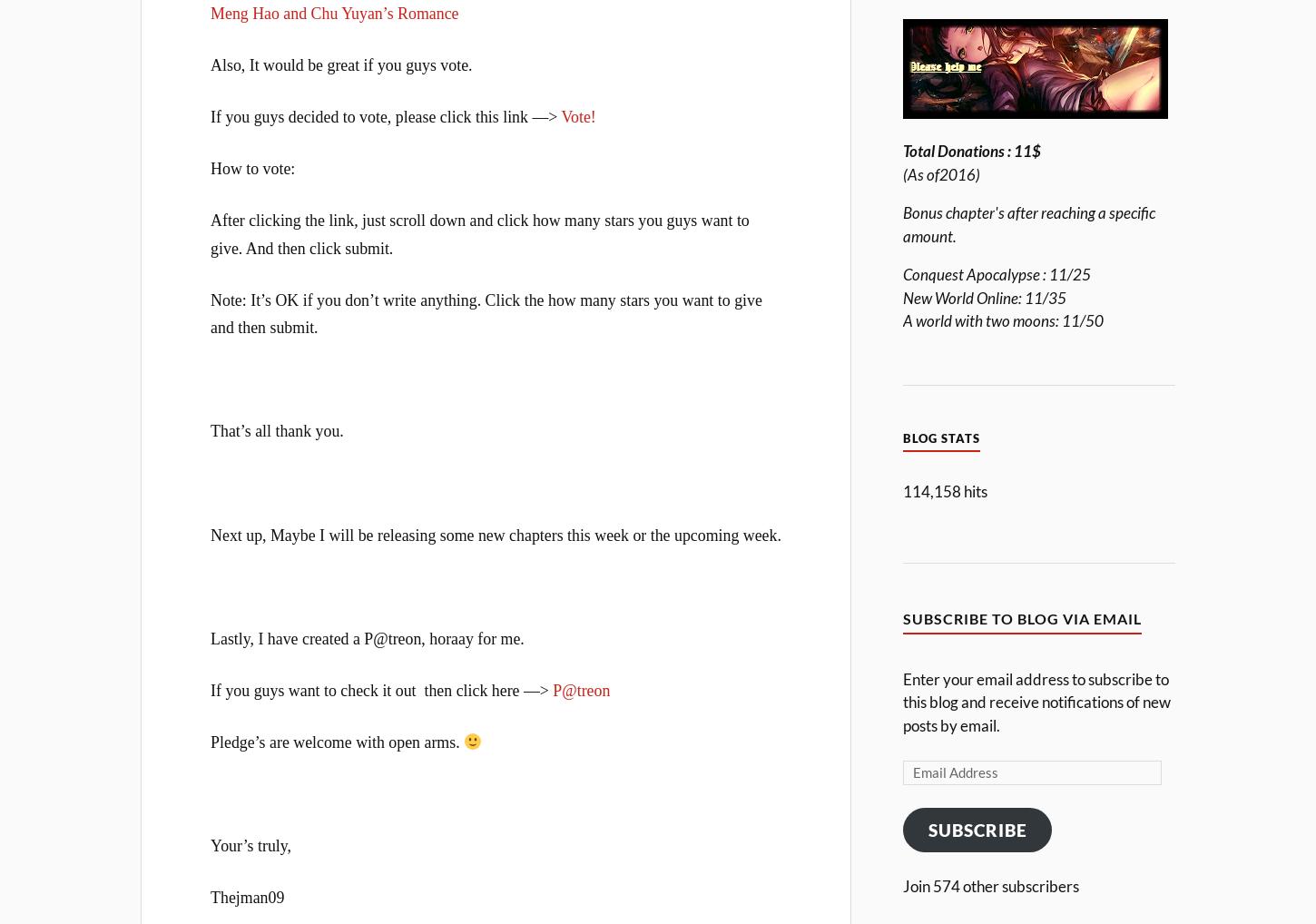  I want to click on 'Total Donations  : 11$', so click(971, 151).